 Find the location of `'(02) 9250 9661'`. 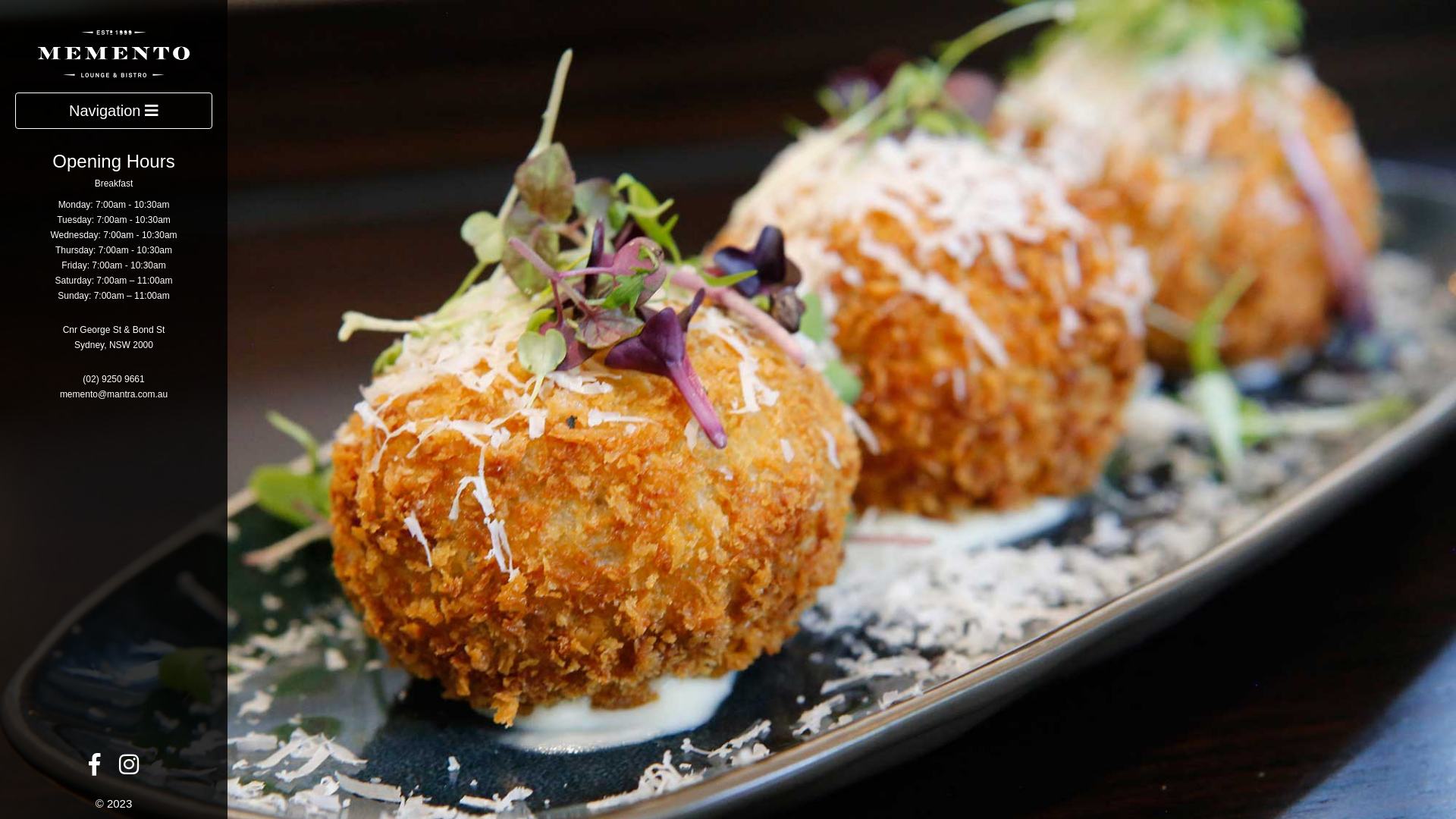

'(02) 9250 9661' is located at coordinates (112, 378).